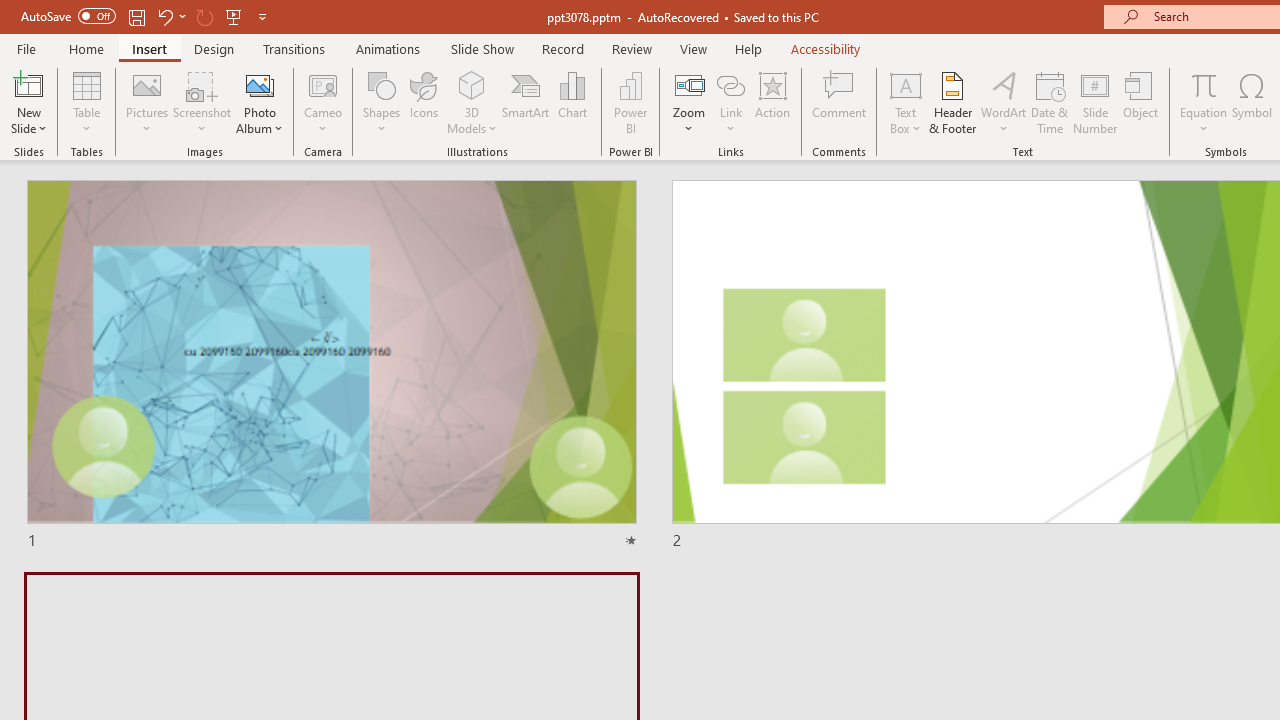 This screenshot has width=1280, height=720. I want to click on 'Date & Time...', so click(1049, 103).